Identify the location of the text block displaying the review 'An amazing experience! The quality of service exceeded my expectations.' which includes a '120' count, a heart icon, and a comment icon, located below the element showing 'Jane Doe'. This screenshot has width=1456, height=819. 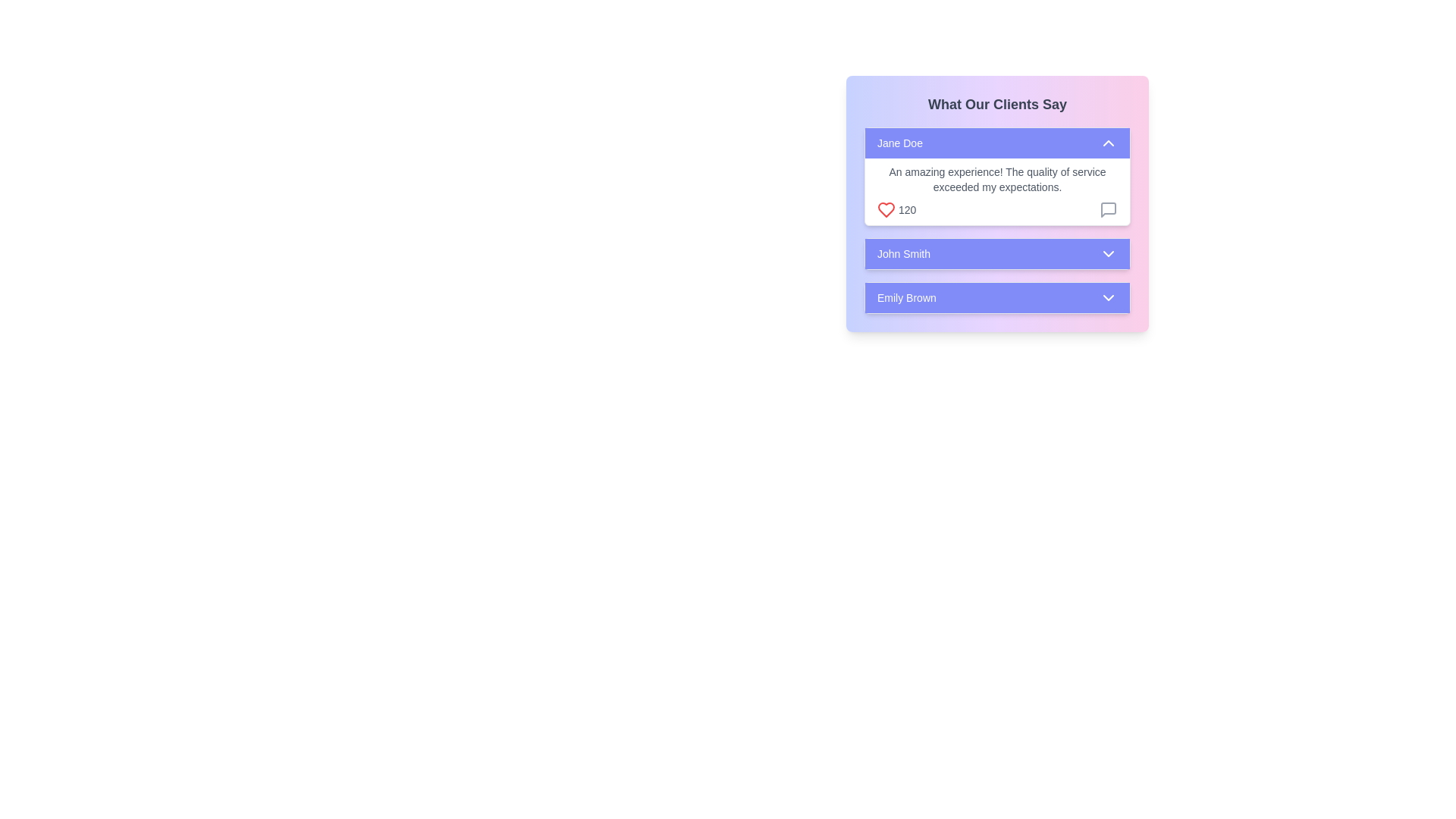
(997, 191).